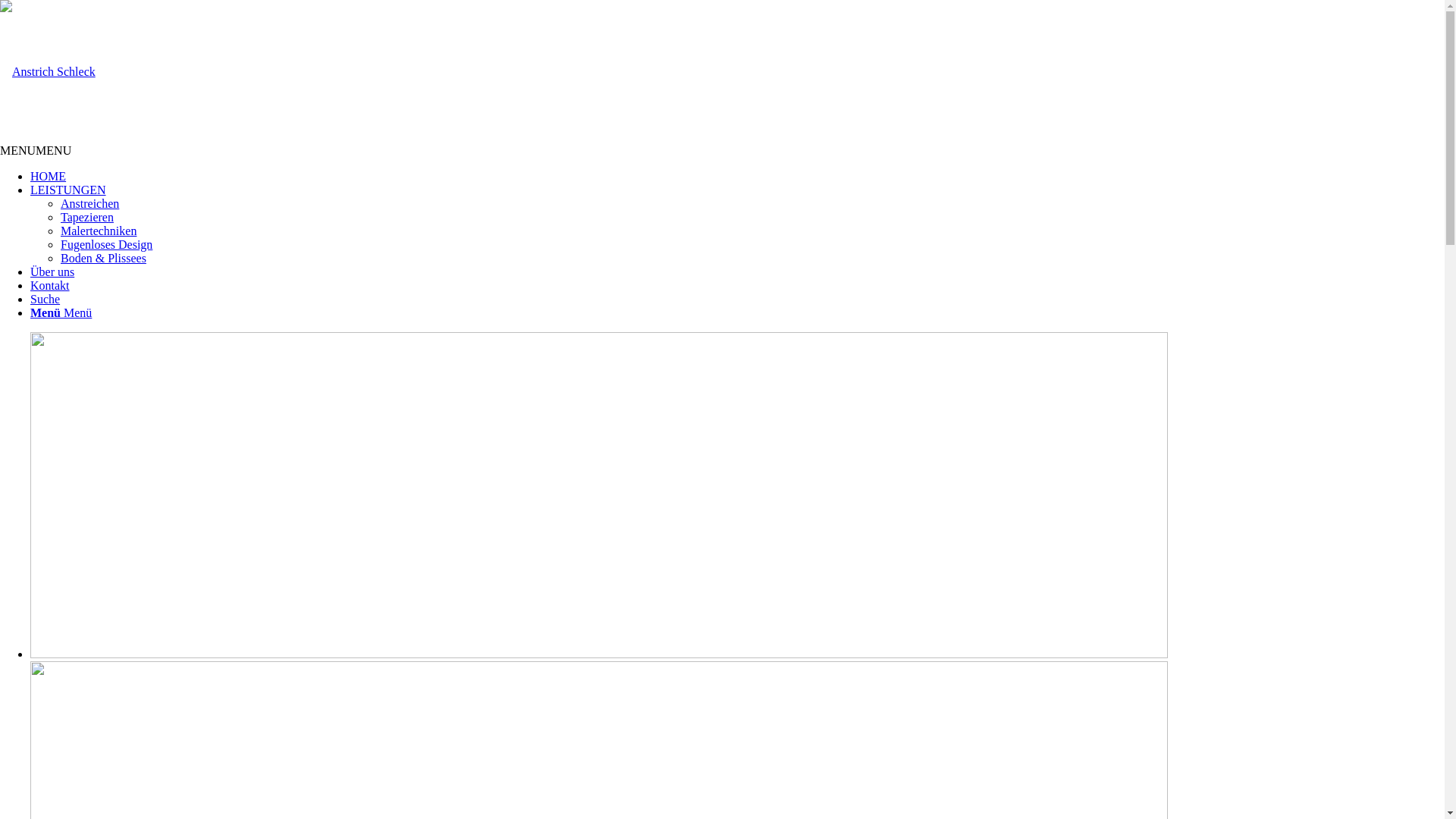 Image resolution: width=1456 pixels, height=819 pixels. I want to click on 'Malertechniken', so click(97, 231).